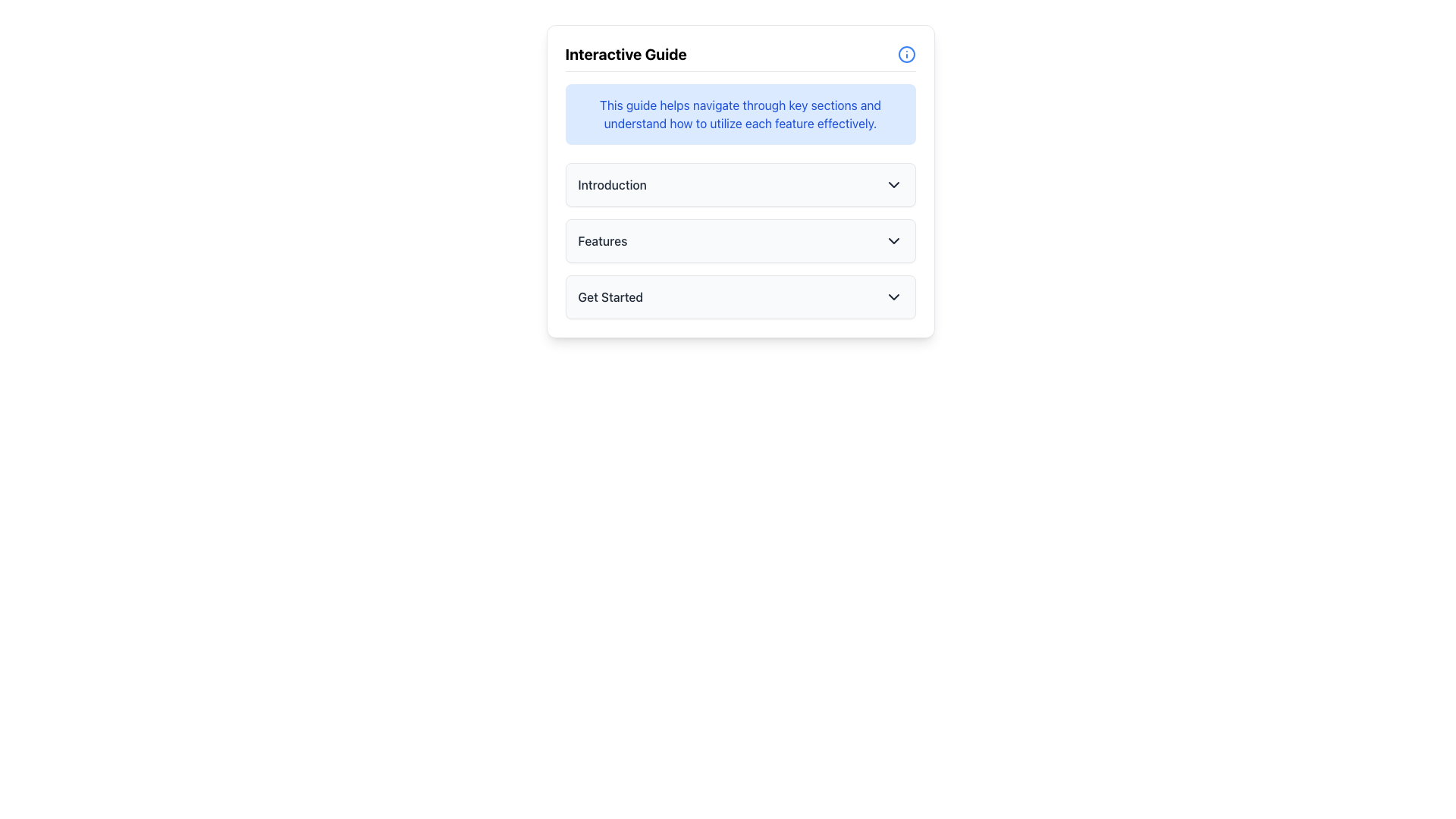 The height and width of the screenshot is (819, 1456). What do you see at coordinates (906, 54) in the screenshot?
I see `the informational/help icon located in the top-right corner of the 'Interactive Guide' card` at bounding box center [906, 54].